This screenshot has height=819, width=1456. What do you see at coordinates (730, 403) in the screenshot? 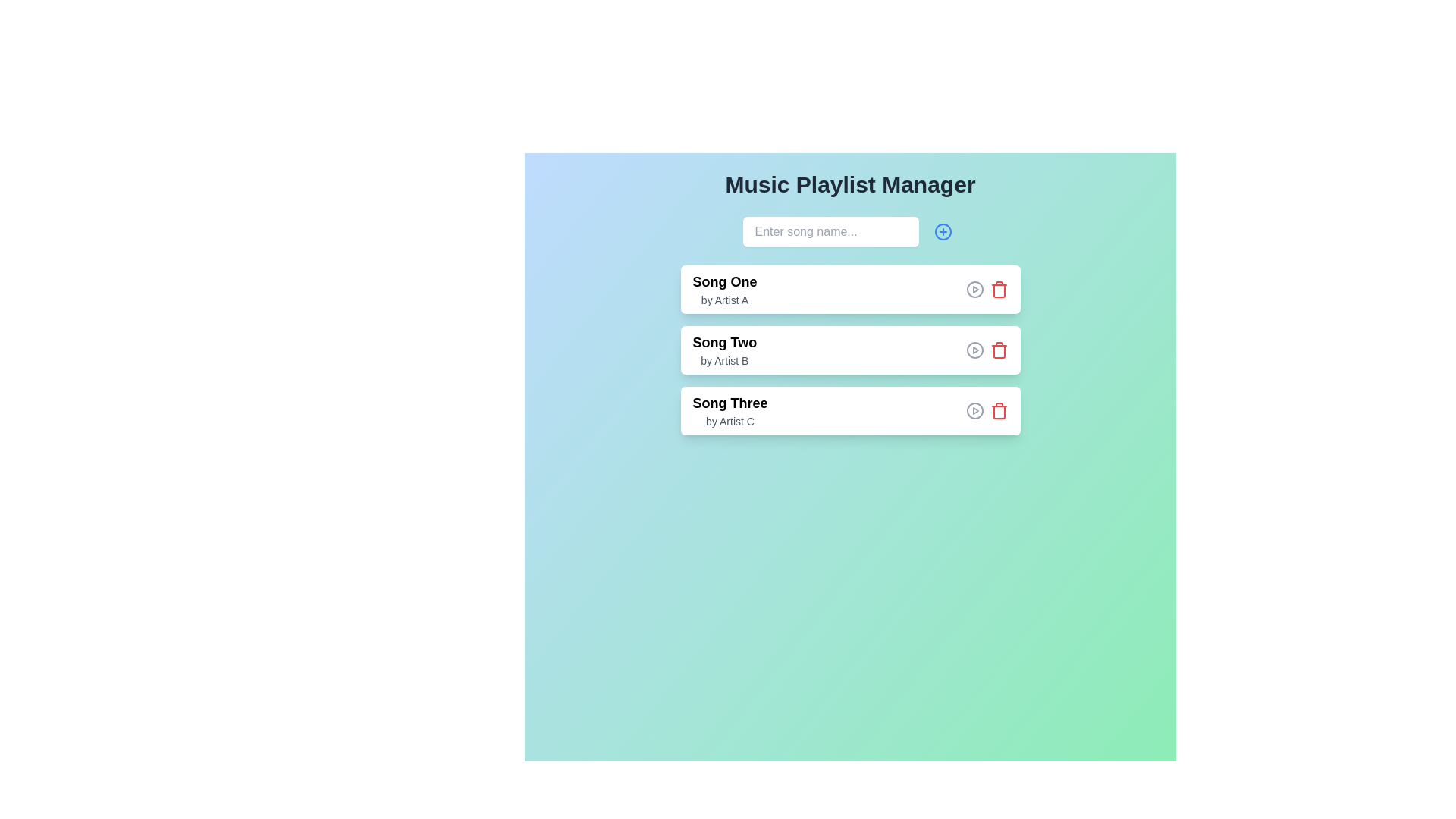
I see `the title text label of the third song in the playlist, which is located above the descriptive text 'by Artist C'` at bounding box center [730, 403].